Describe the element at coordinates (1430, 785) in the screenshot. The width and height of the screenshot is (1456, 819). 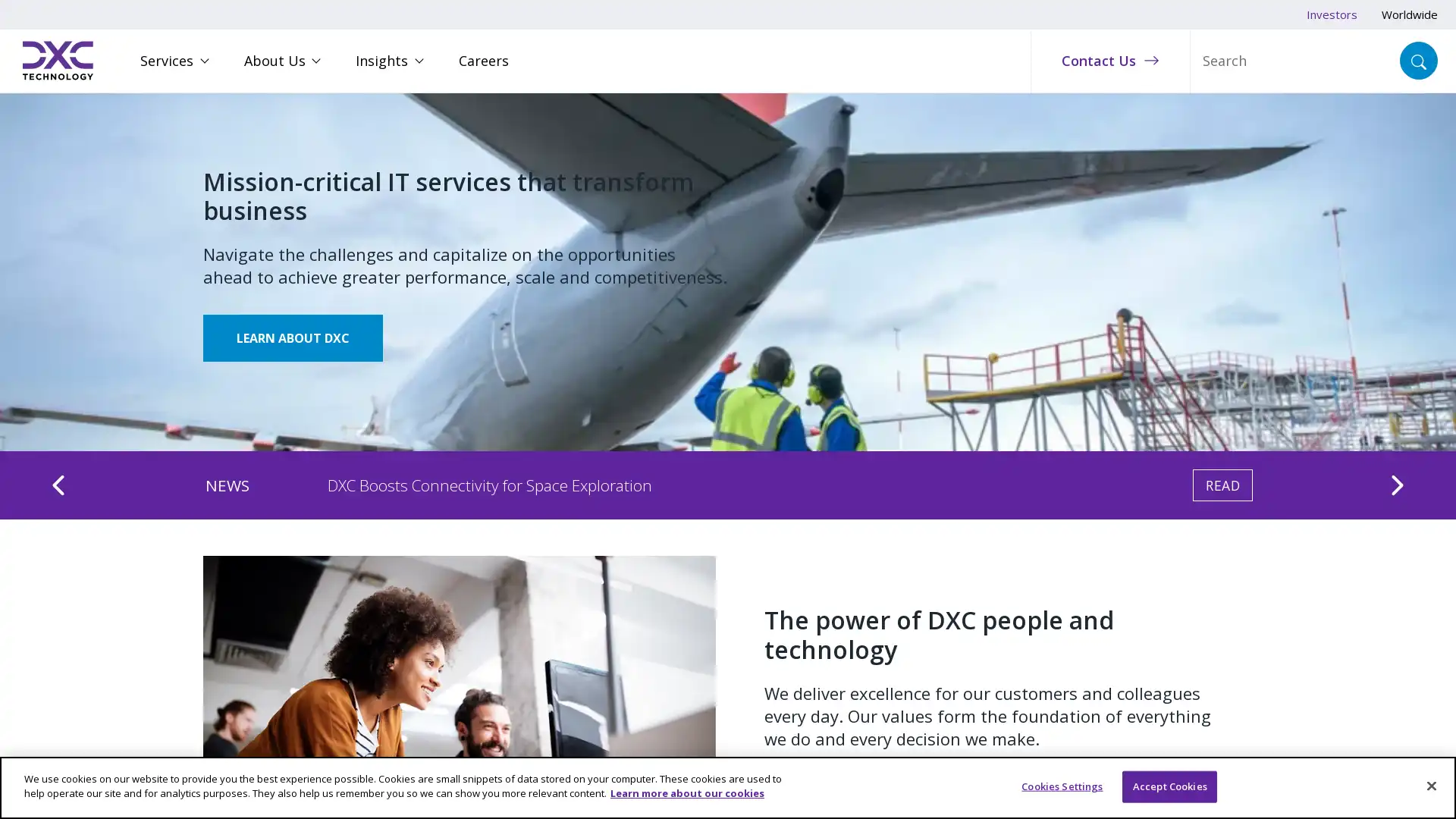
I see `Close` at that location.